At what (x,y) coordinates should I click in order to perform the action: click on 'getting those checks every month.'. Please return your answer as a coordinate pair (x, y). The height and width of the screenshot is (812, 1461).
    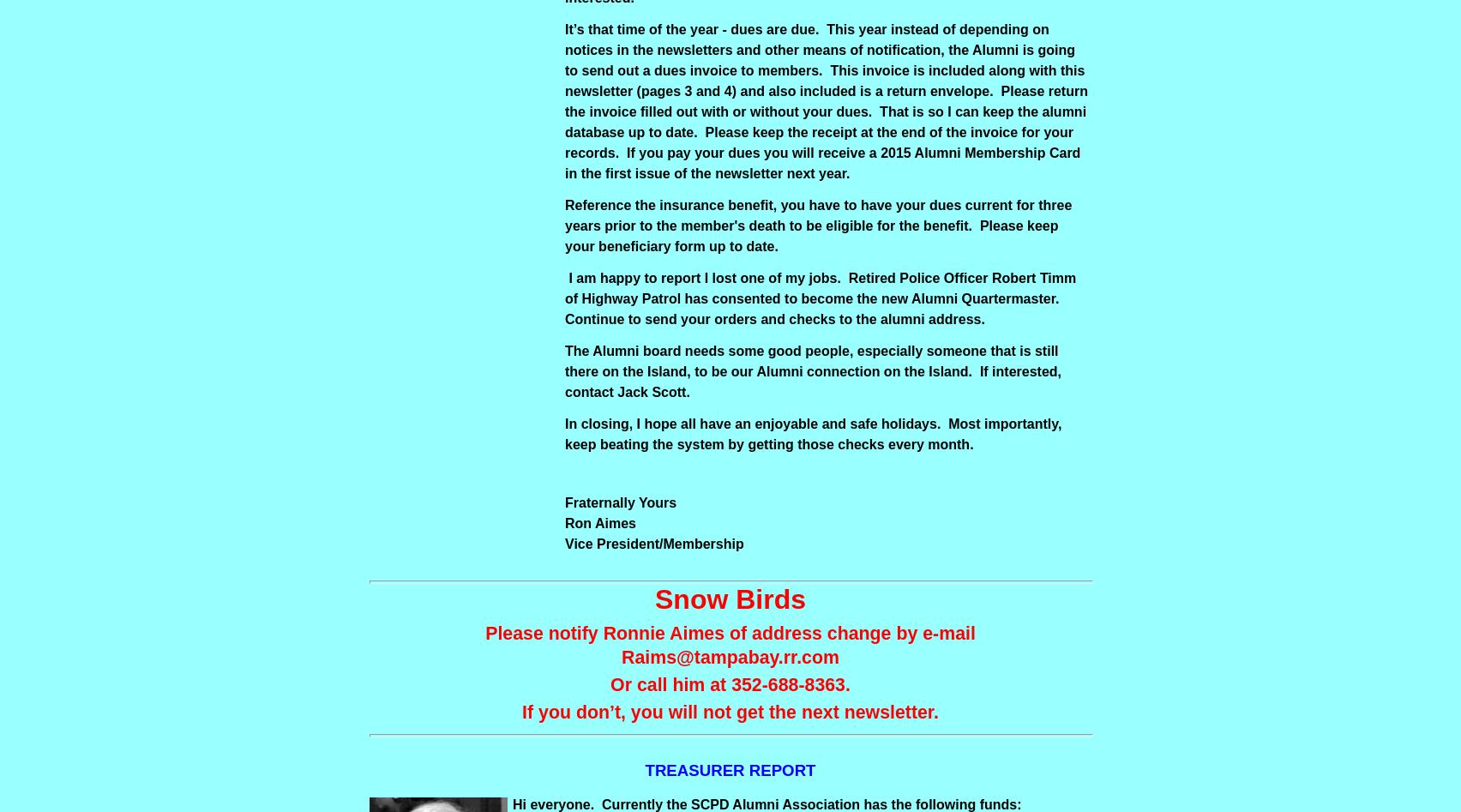
    Looking at the image, I should click on (860, 443).